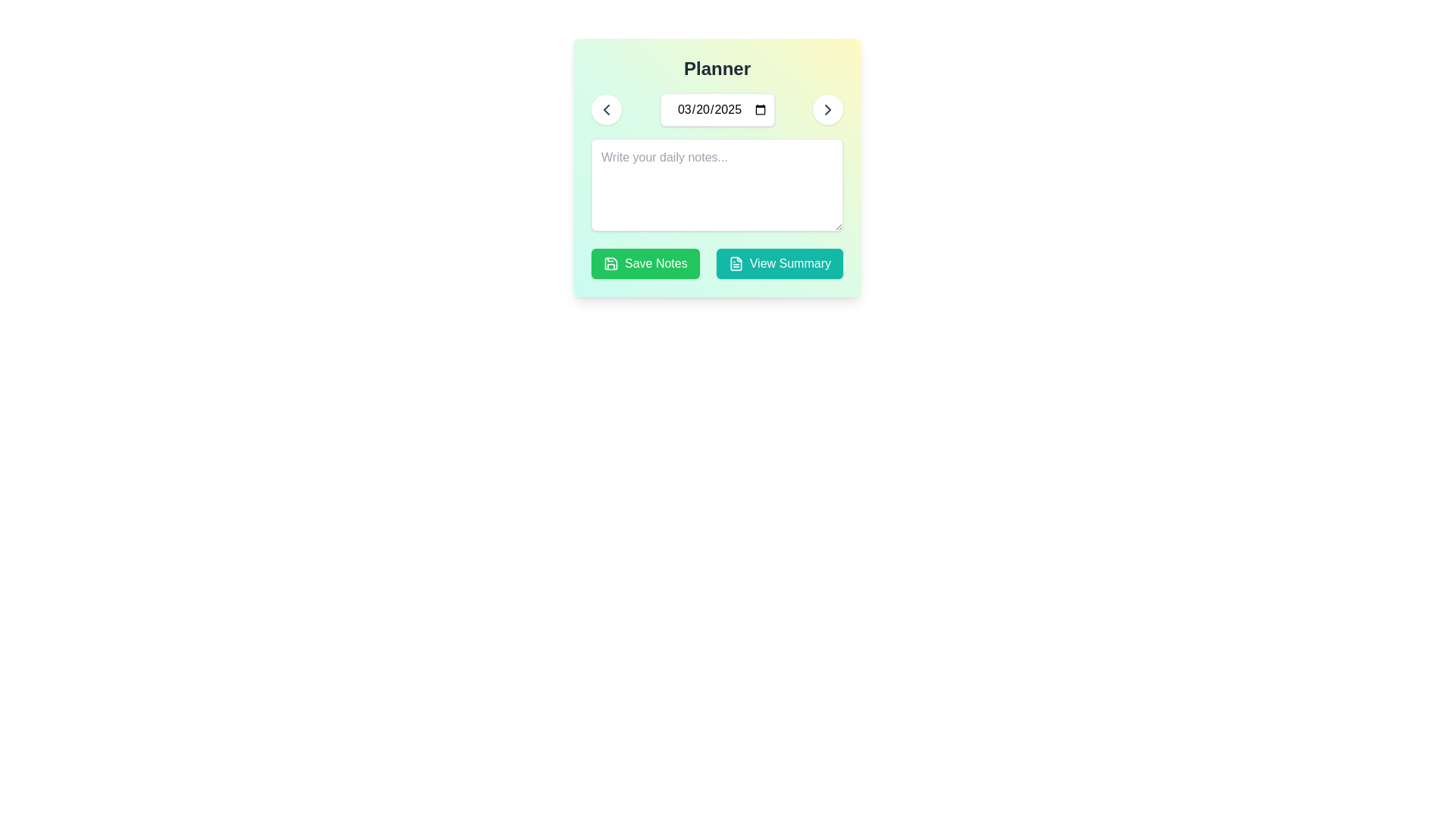 The height and width of the screenshot is (819, 1456). Describe the element at coordinates (736, 262) in the screenshot. I see `the document-like graphic icon to interact with the 'View Summary' button, which is positioned to the left of the text label 'View Summary'` at that location.